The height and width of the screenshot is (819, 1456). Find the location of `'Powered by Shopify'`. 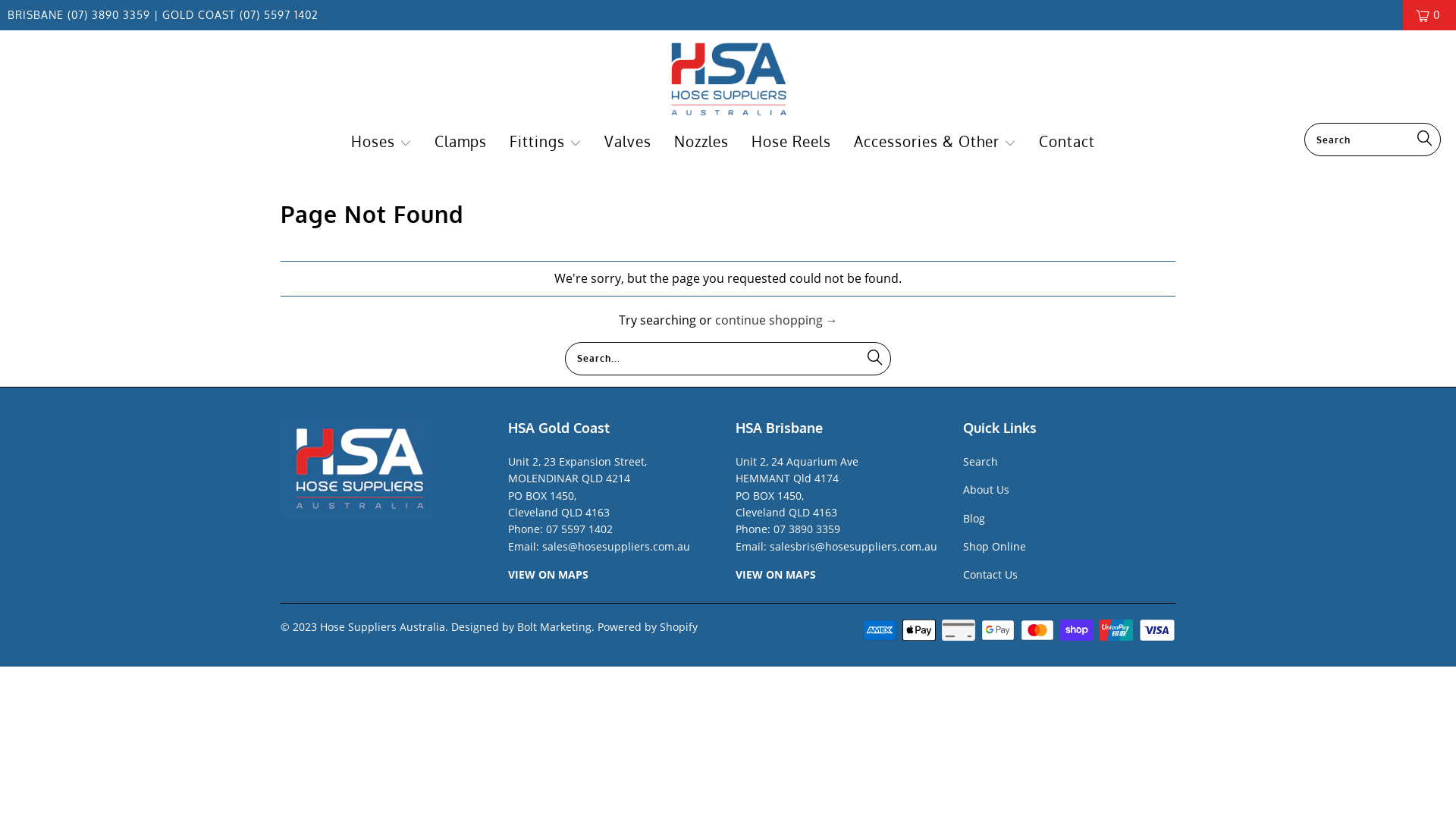

'Powered by Shopify' is located at coordinates (648, 626).